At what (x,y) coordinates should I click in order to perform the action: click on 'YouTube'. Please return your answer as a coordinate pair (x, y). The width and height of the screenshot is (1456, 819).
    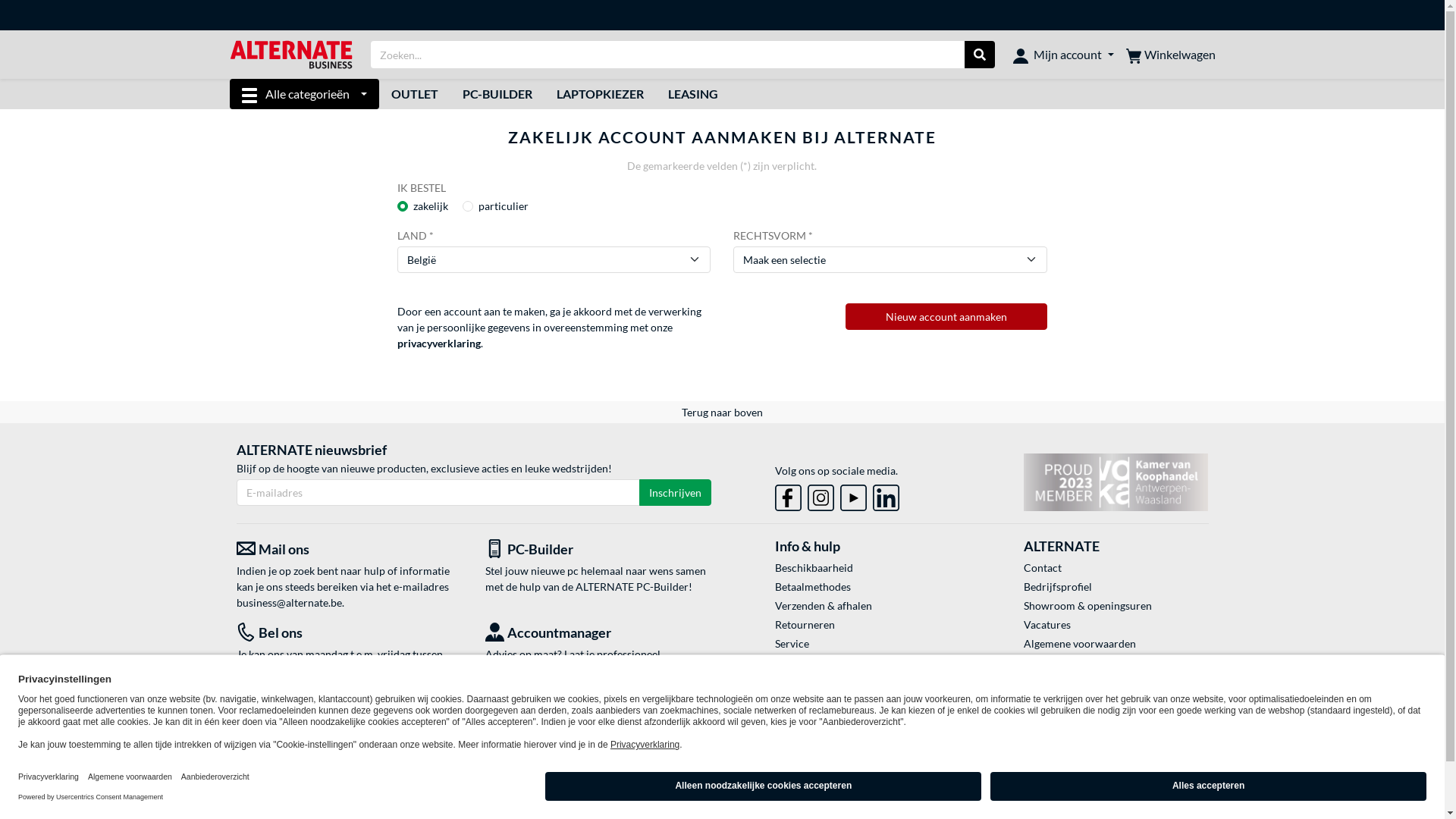
    Looking at the image, I should click on (853, 497).